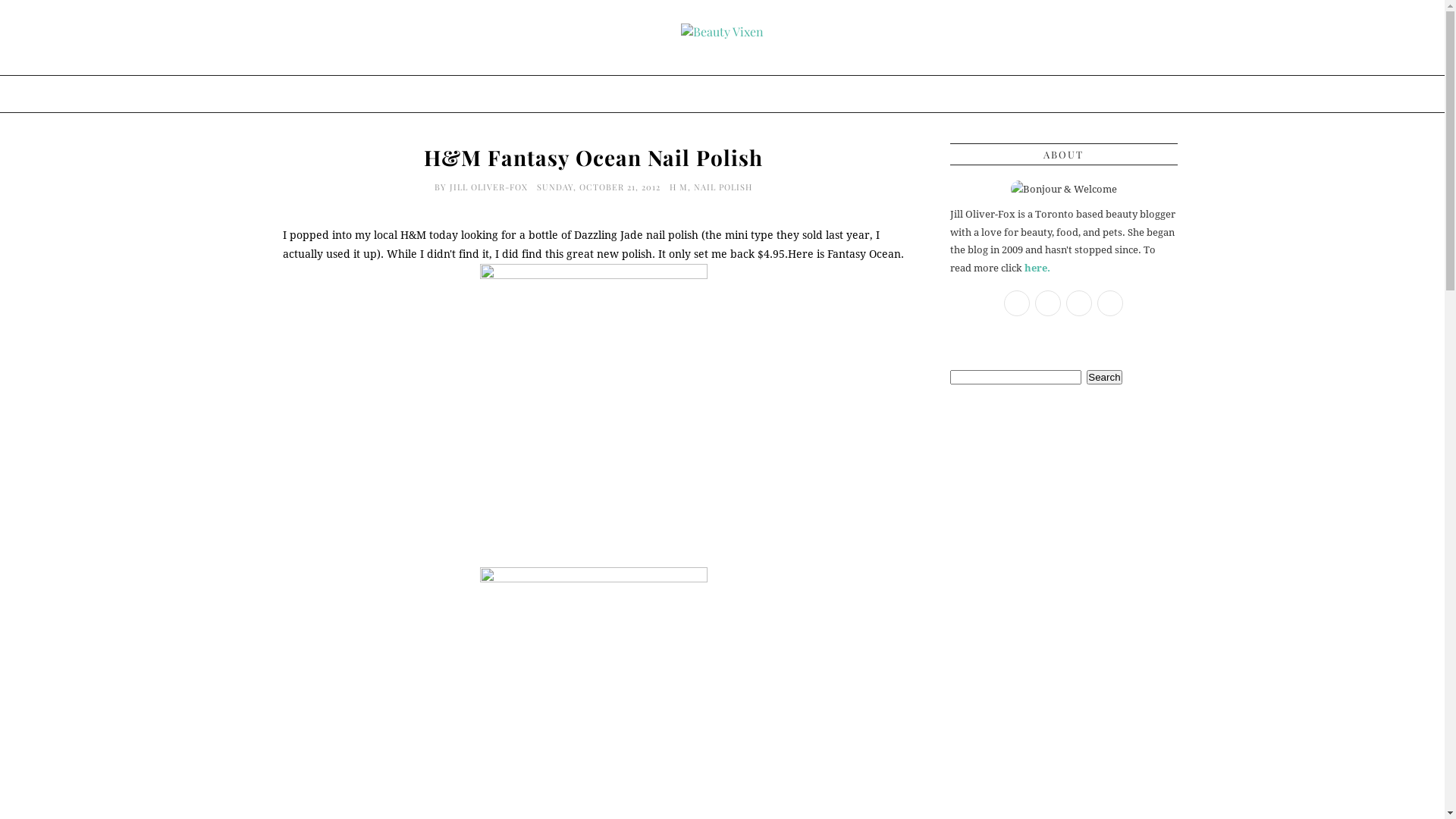 This screenshot has width=1456, height=819. I want to click on 'H M', so click(677, 186).